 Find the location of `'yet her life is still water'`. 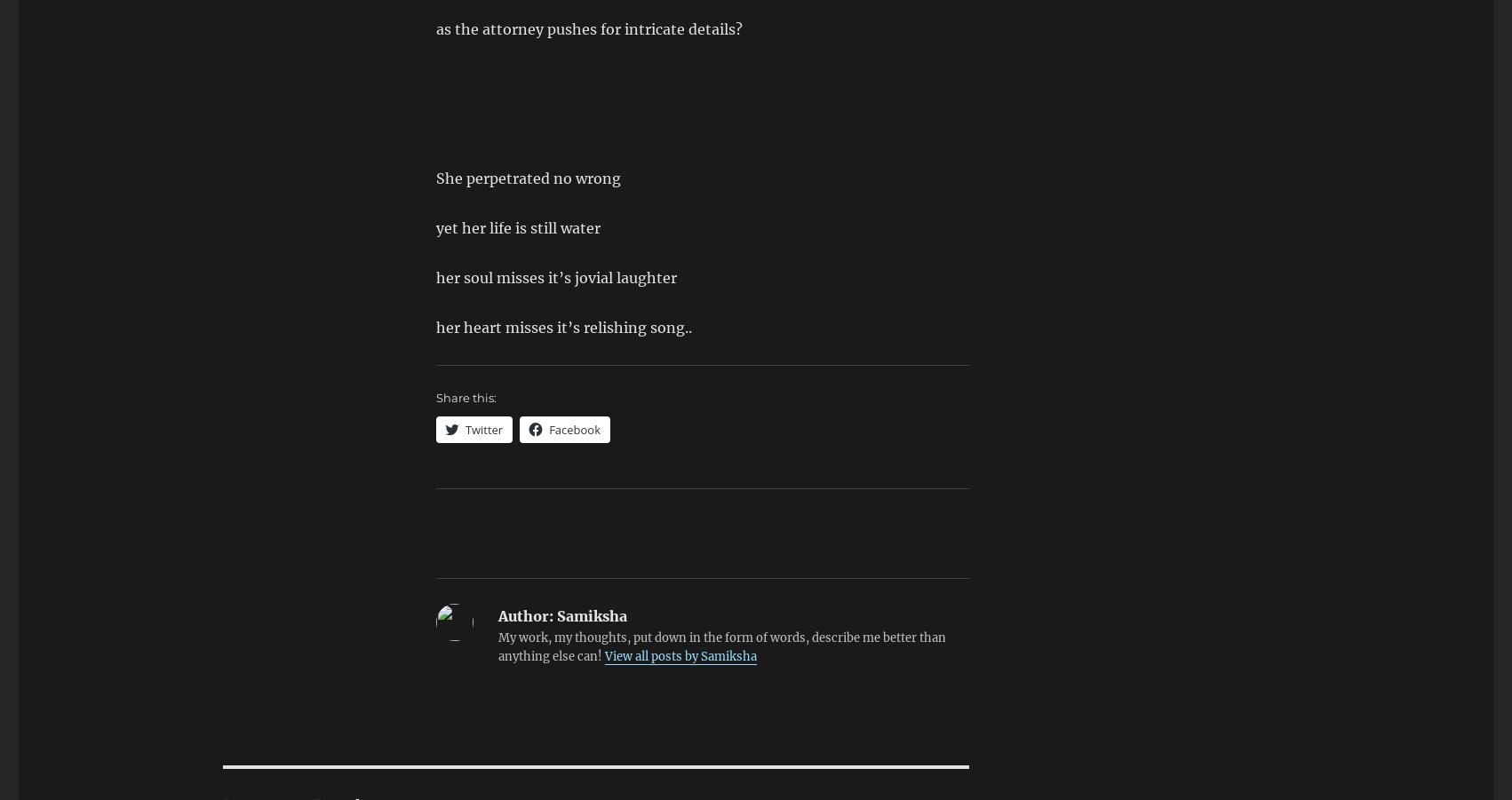

'yet her life is still water' is located at coordinates (435, 226).